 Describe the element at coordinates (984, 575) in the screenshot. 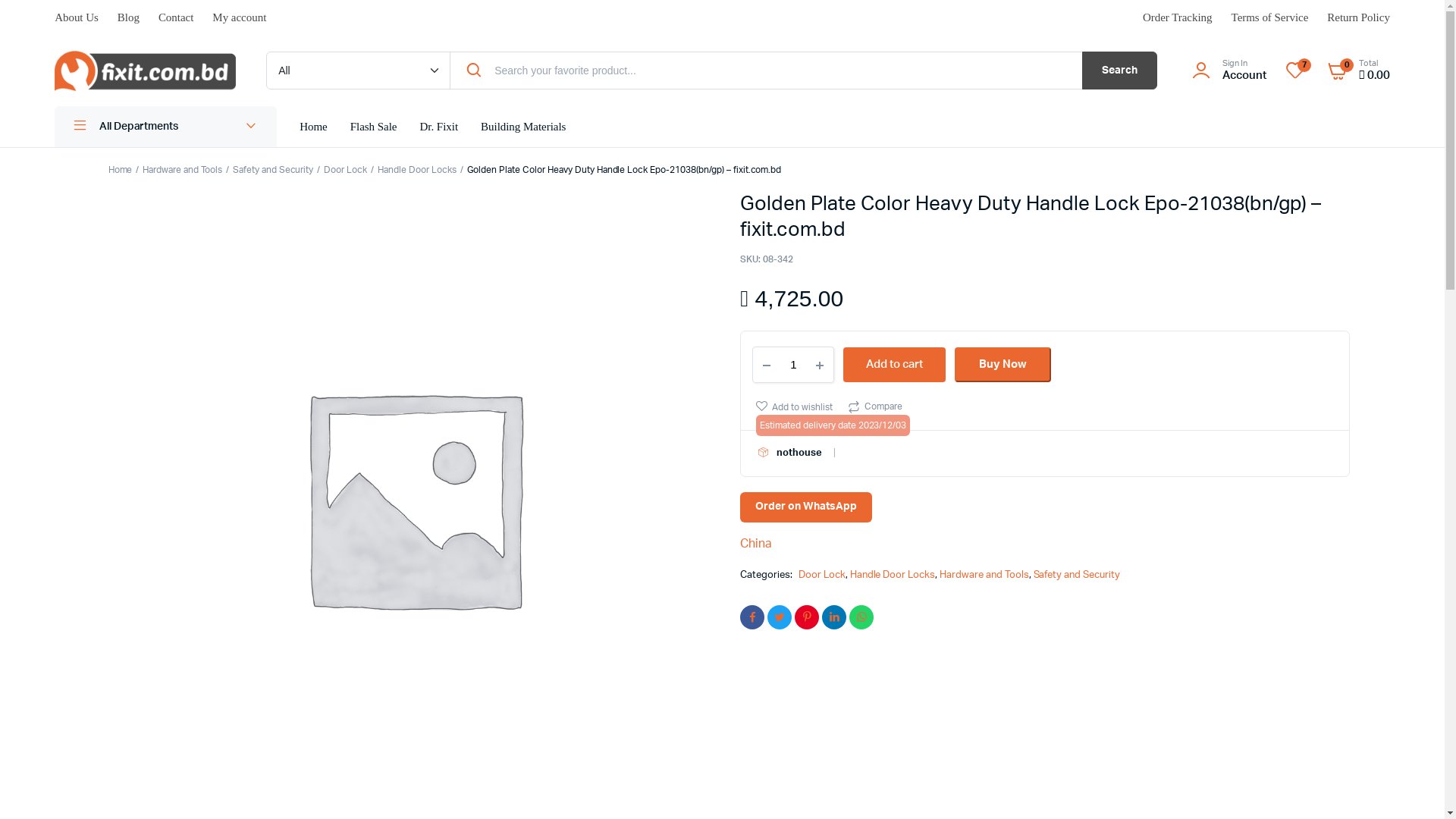

I see `'Hardware and Tools'` at that location.